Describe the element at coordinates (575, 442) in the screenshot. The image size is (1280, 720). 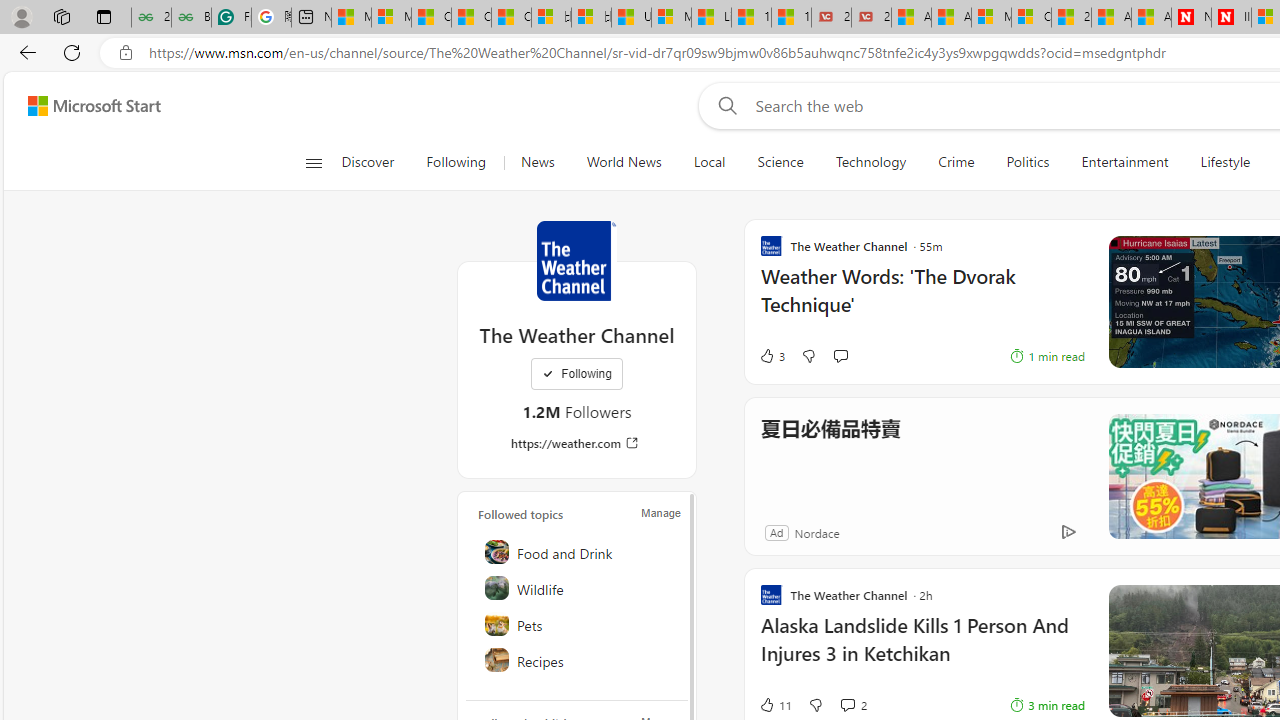
I see `'https://weather.com'` at that location.